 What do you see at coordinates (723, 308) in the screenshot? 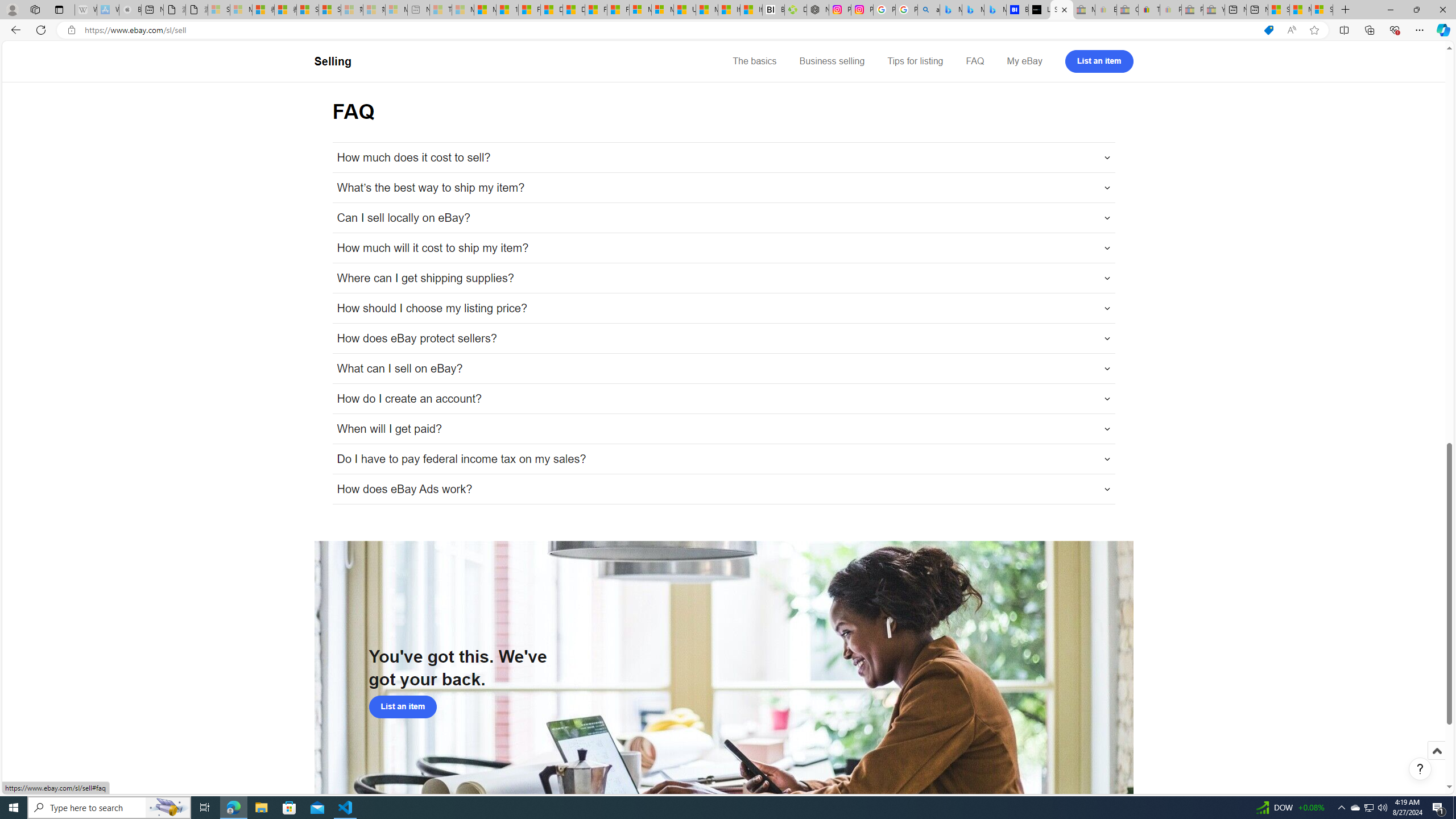
I see `'How should I choose my listing price?'` at bounding box center [723, 308].